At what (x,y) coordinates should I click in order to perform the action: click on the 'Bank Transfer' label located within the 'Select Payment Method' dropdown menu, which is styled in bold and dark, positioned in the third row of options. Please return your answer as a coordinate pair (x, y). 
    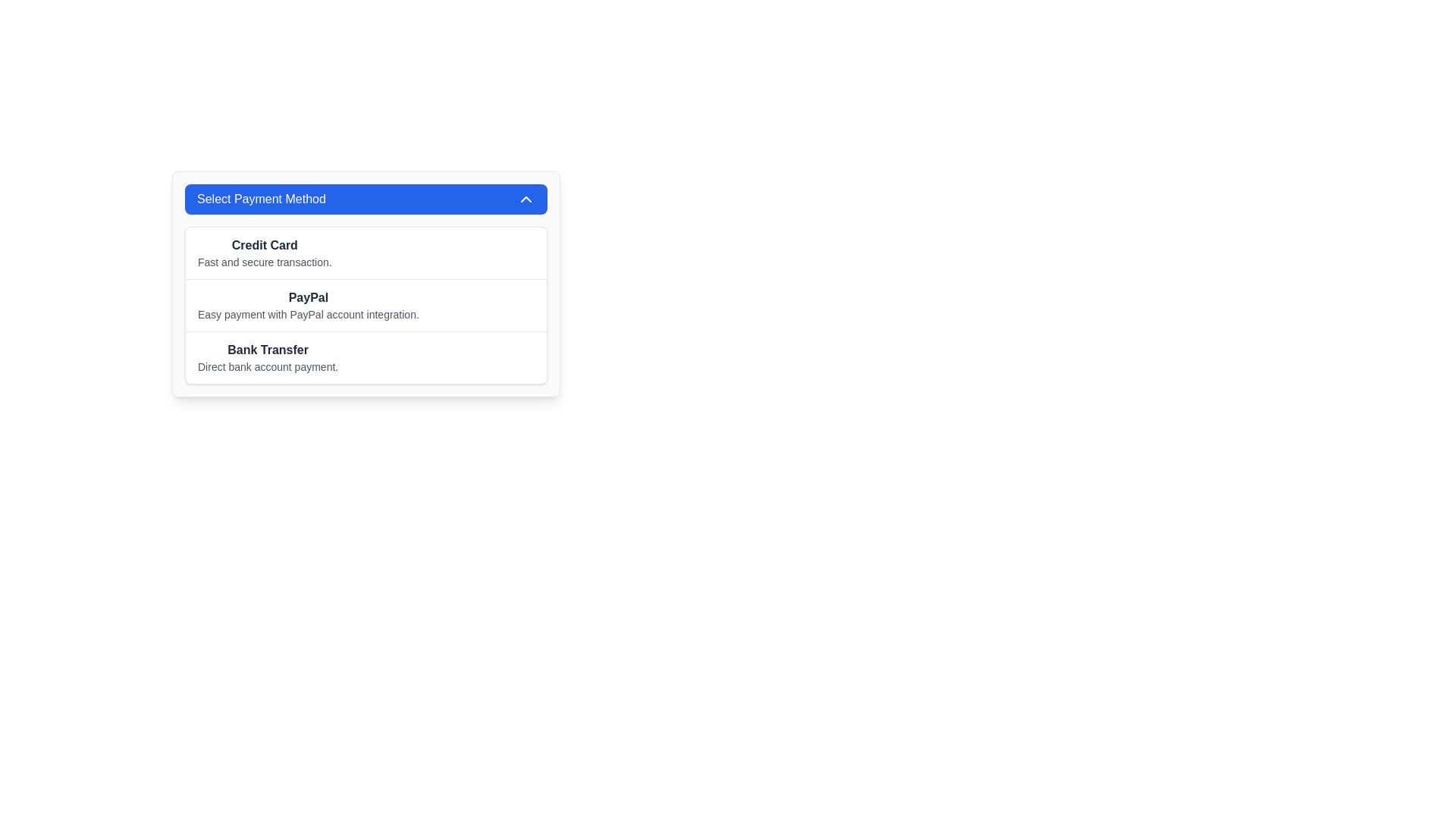
    Looking at the image, I should click on (268, 350).